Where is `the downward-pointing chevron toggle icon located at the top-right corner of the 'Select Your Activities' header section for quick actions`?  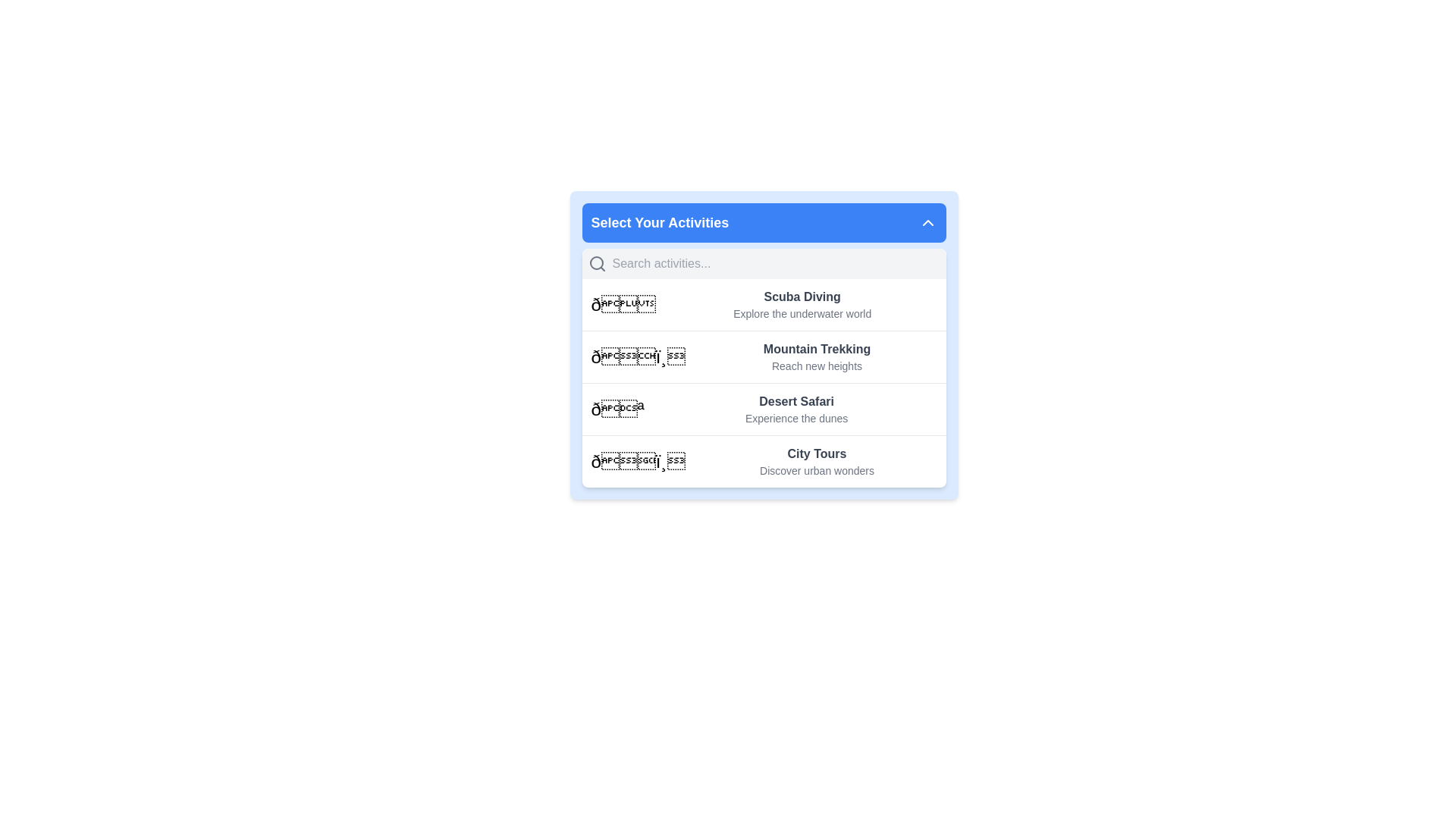 the downward-pointing chevron toggle icon located at the top-right corner of the 'Select Your Activities' header section for quick actions is located at coordinates (927, 222).